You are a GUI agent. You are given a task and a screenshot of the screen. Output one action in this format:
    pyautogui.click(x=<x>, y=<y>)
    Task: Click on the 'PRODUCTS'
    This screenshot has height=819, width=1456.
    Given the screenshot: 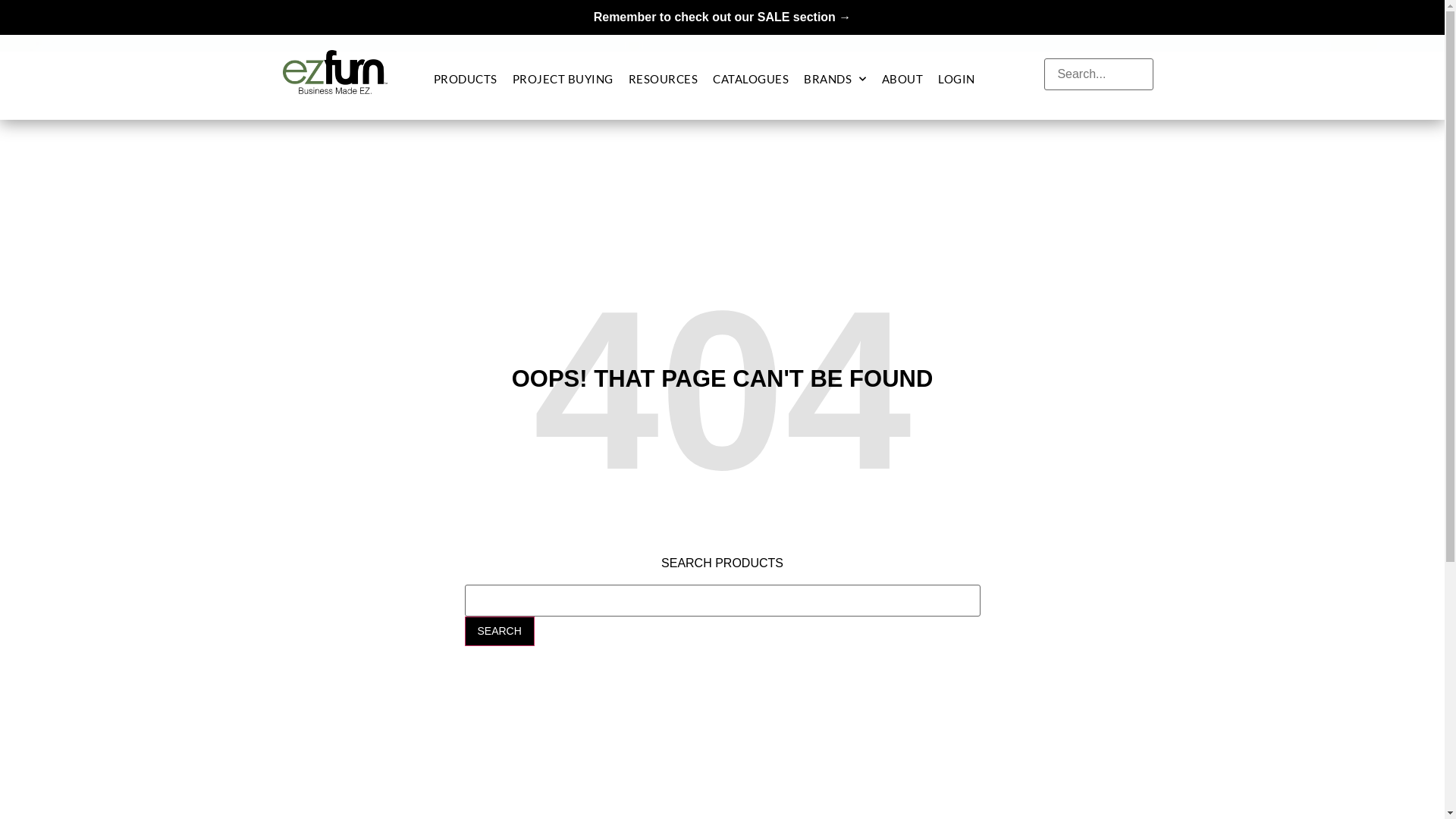 What is the action you would take?
    pyautogui.click(x=465, y=79)
    